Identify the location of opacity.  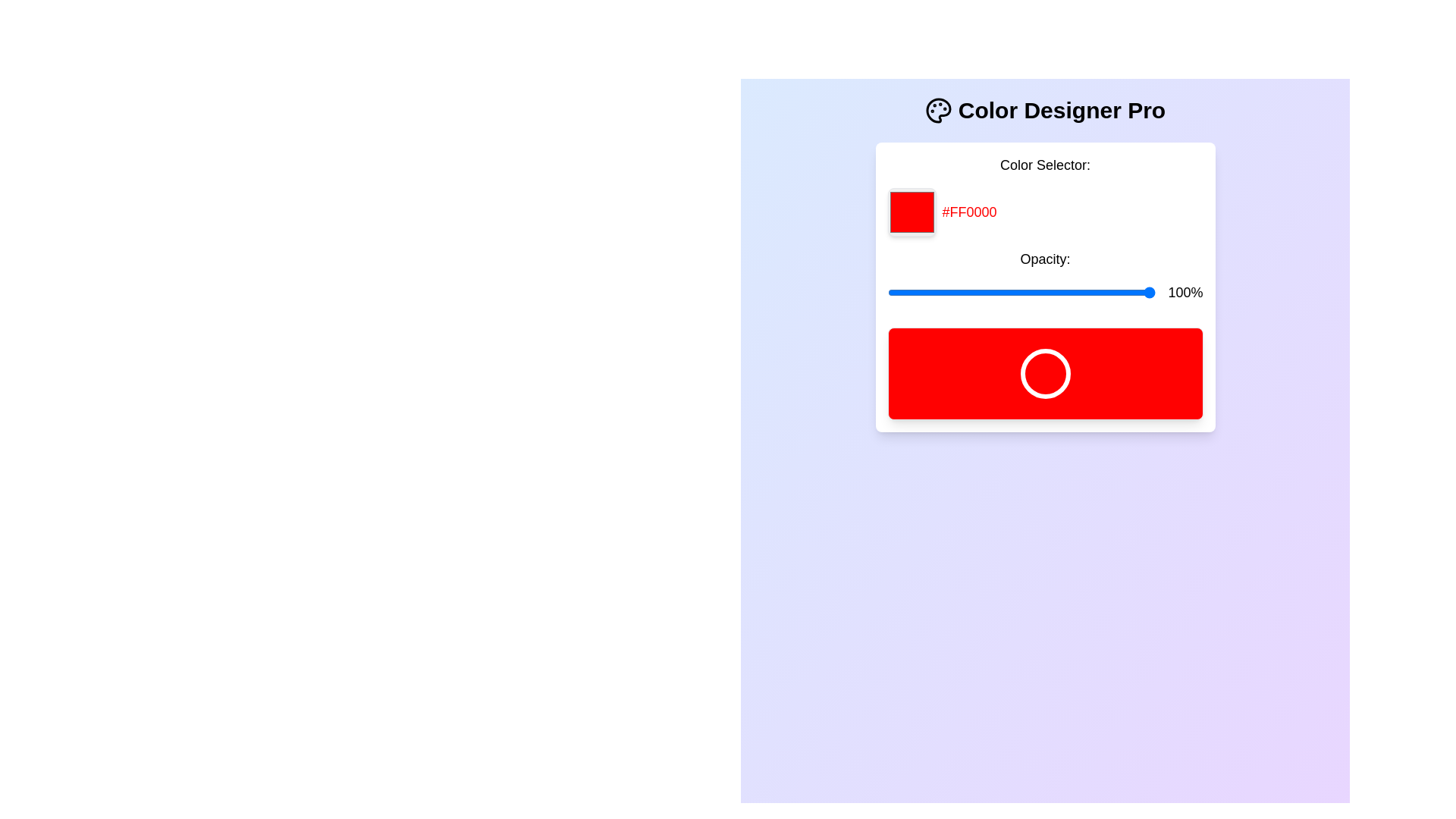
(913, 292).